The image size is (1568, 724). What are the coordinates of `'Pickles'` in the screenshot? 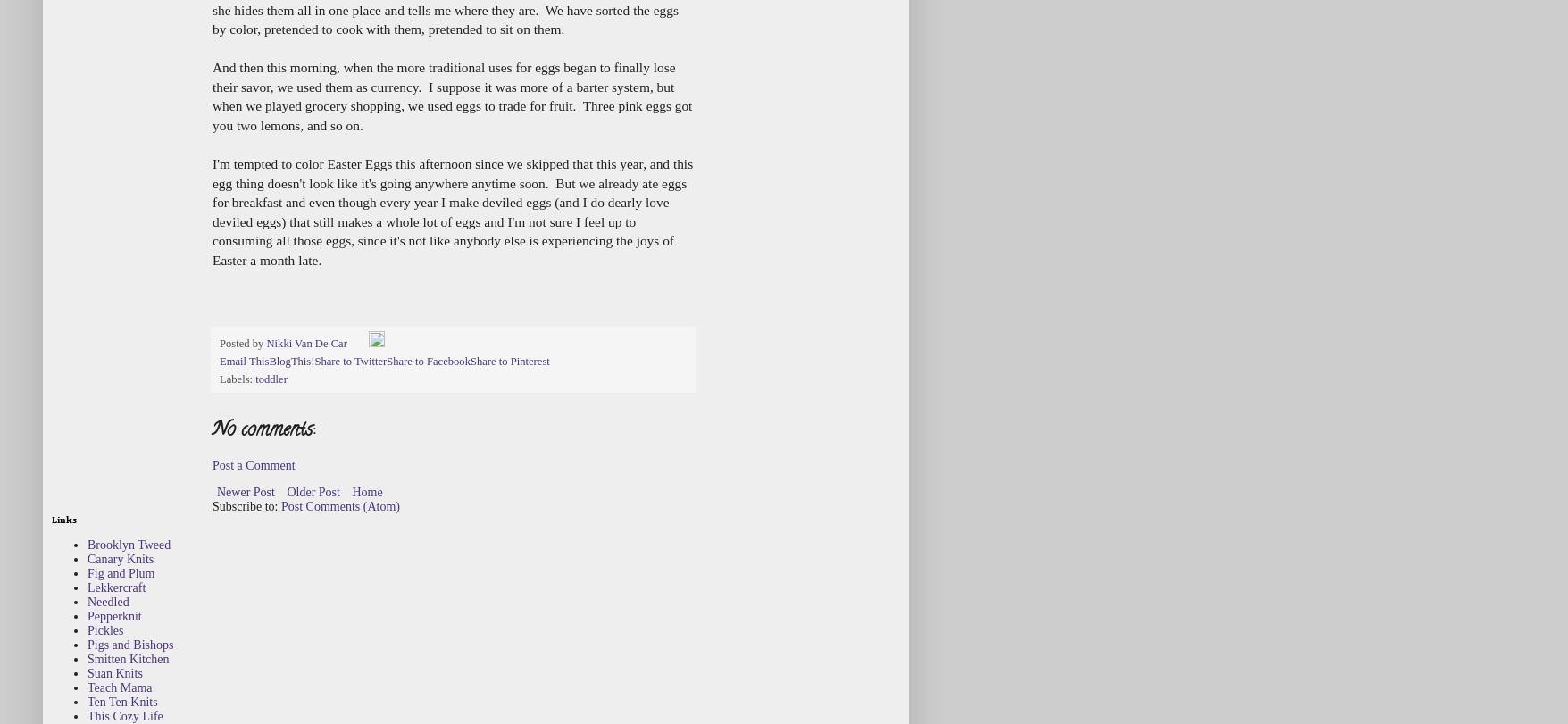 It's located at (104, 628).